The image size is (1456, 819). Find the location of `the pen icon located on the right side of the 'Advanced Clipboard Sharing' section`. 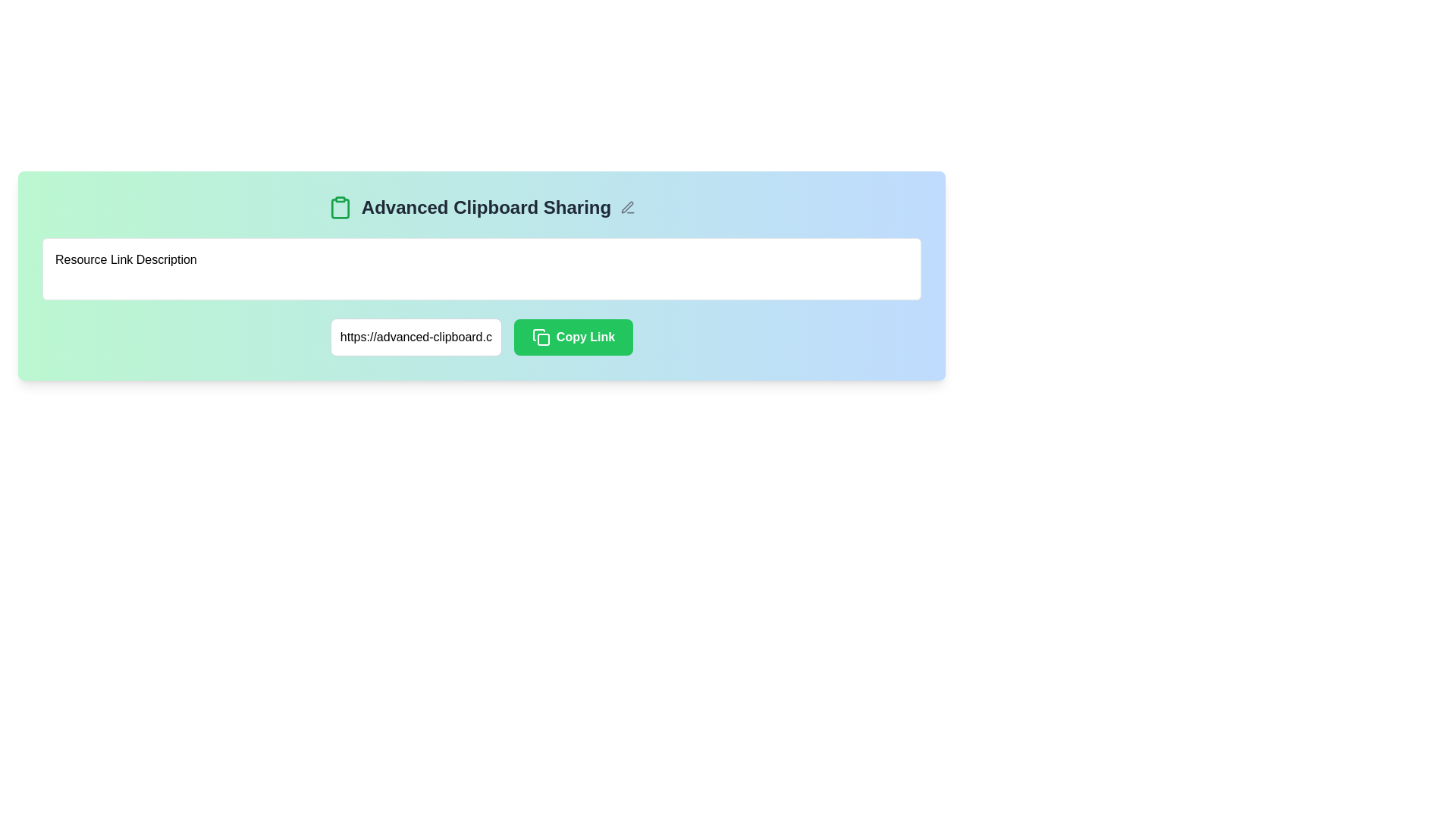

the pen icon located on the right side of the 'Advanced Clipboard Sharing' section is located at coordinates (628, 207).